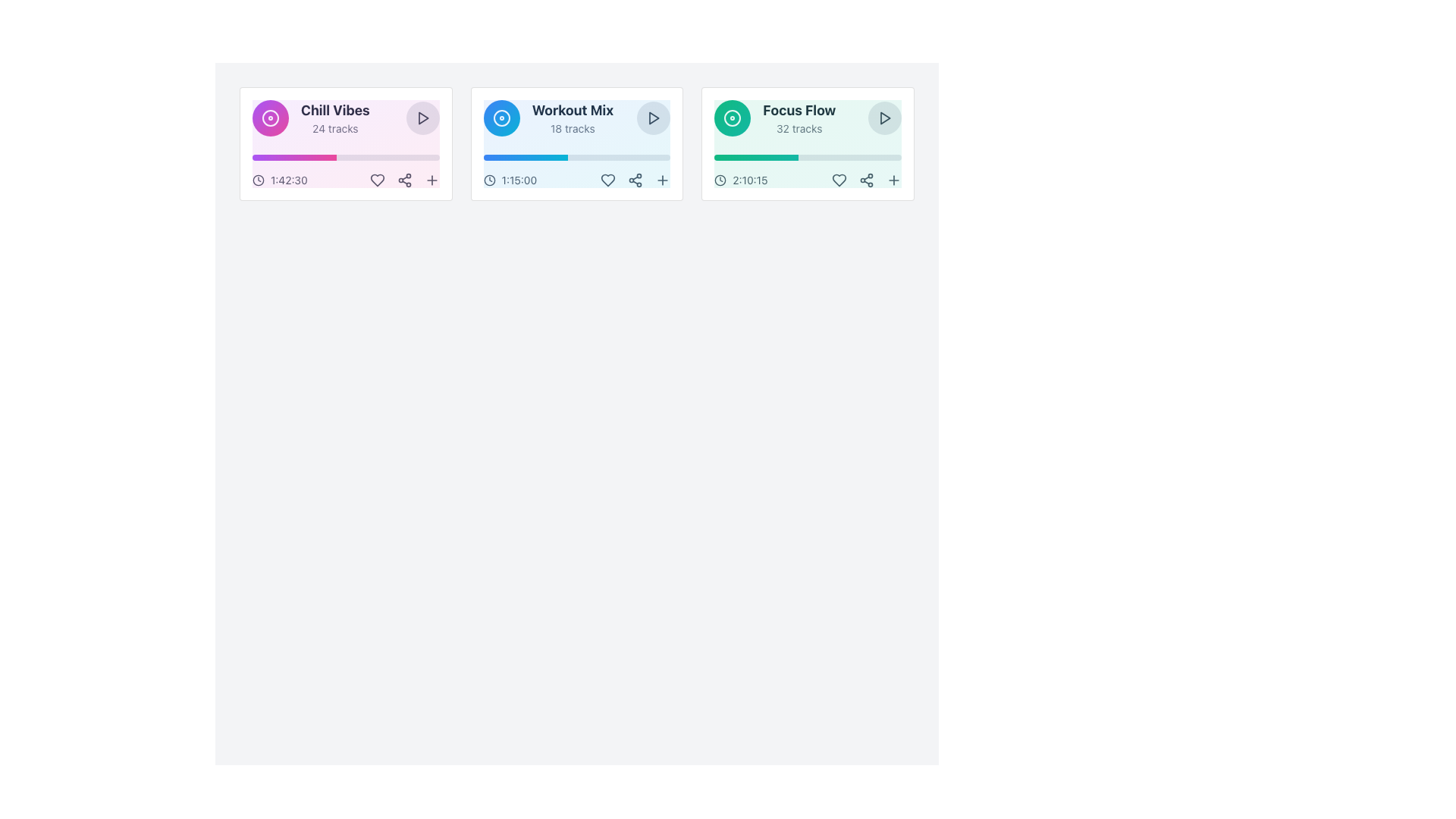 The height and width of the screenshot is (819, 1456). I want to click on the animated circular disc-shaped icon with a central dot, styled with a spinning animation effect, located in the second card labeled 'Workout Mix', so click(501, 117).